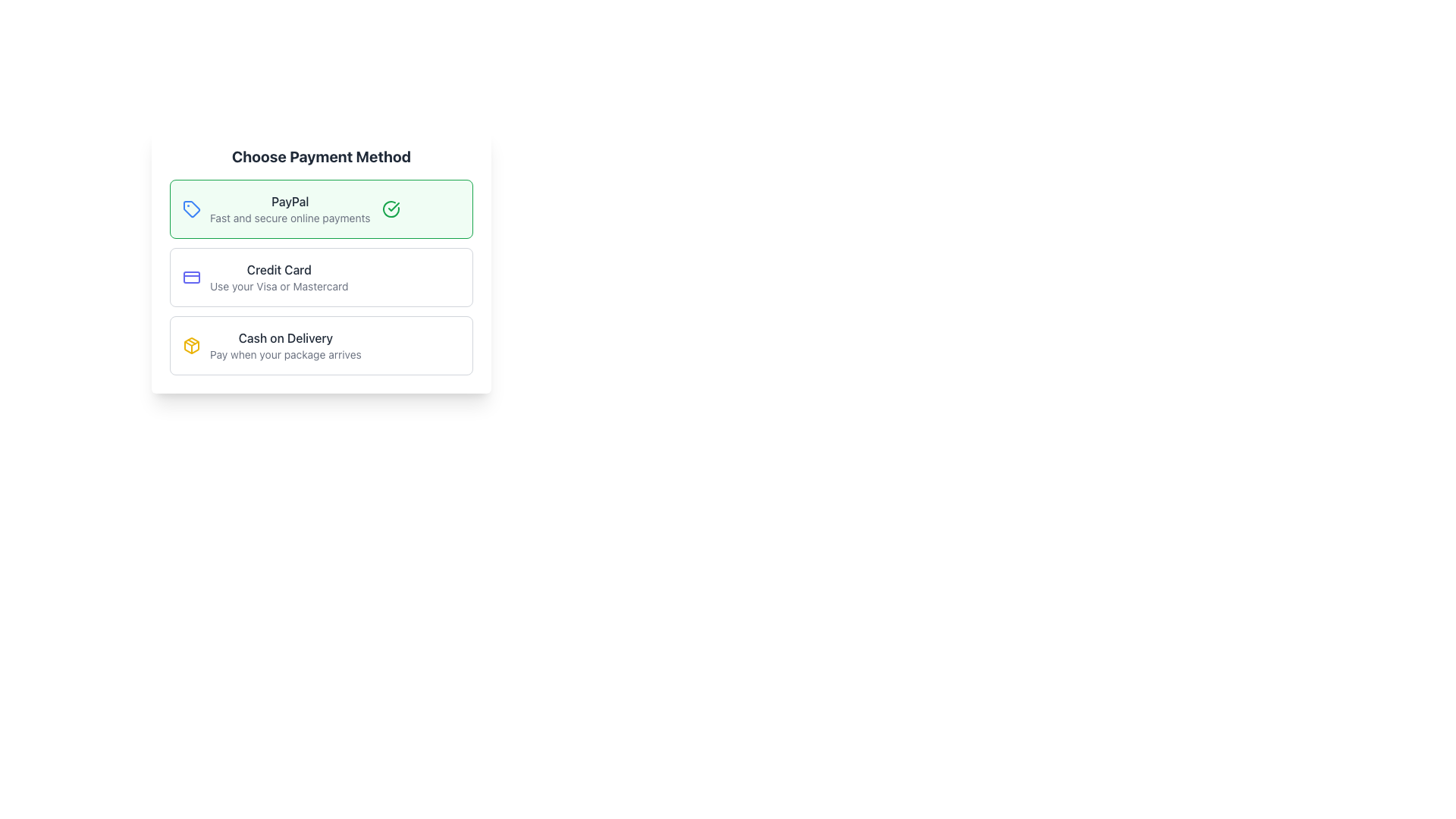 This screenshot has width=1456, height=819. What do you see at coordinates (394, 207) in the screenshot?
I see `the checkmark icon with a green stroke located adjacent to the 'PayPal' text in the payment method selection interface` at bounding box center [394, 207].